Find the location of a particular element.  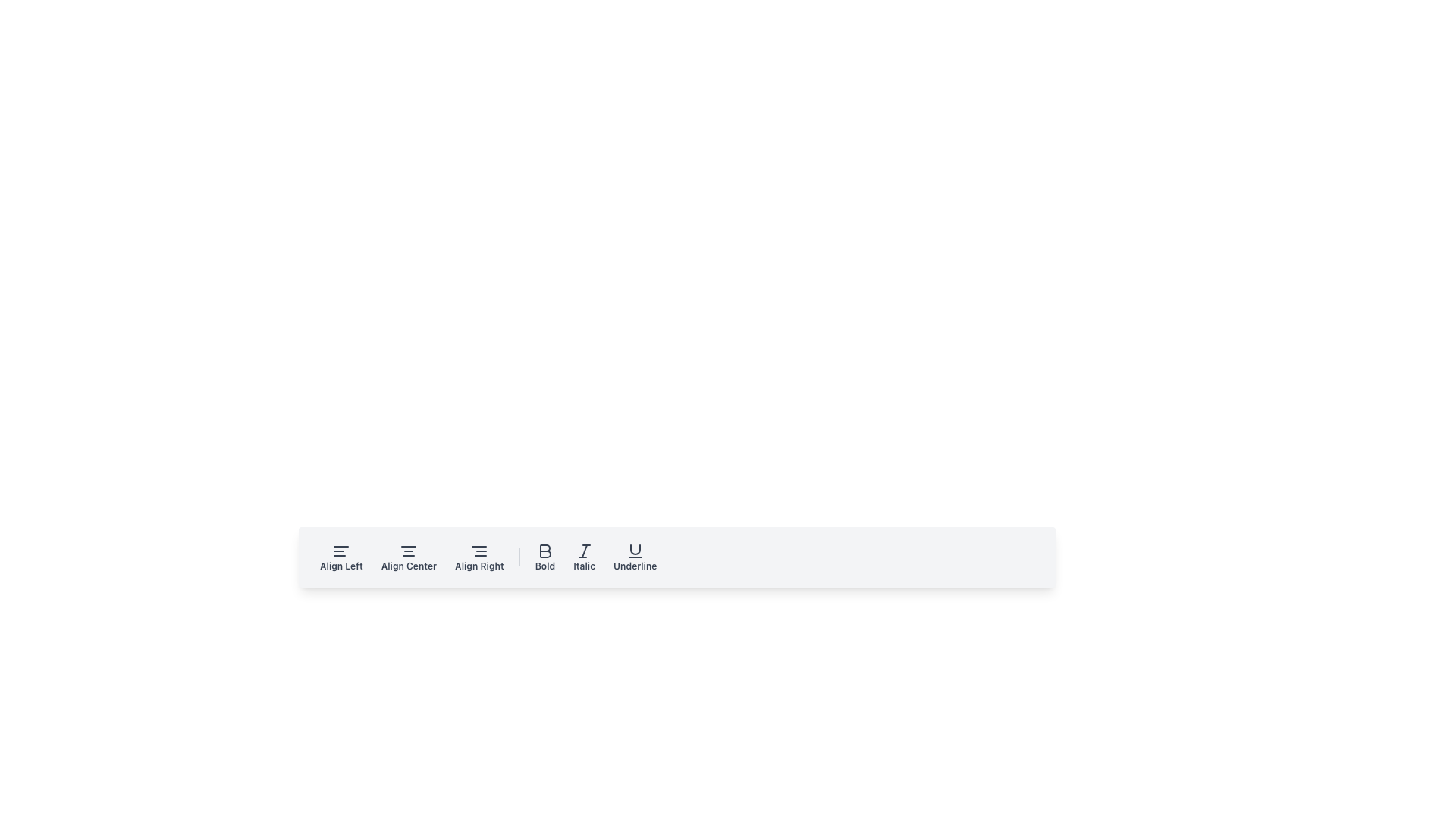

the bold-style icon button shaped as the letter 'B' is located at coordinates (544, 551).